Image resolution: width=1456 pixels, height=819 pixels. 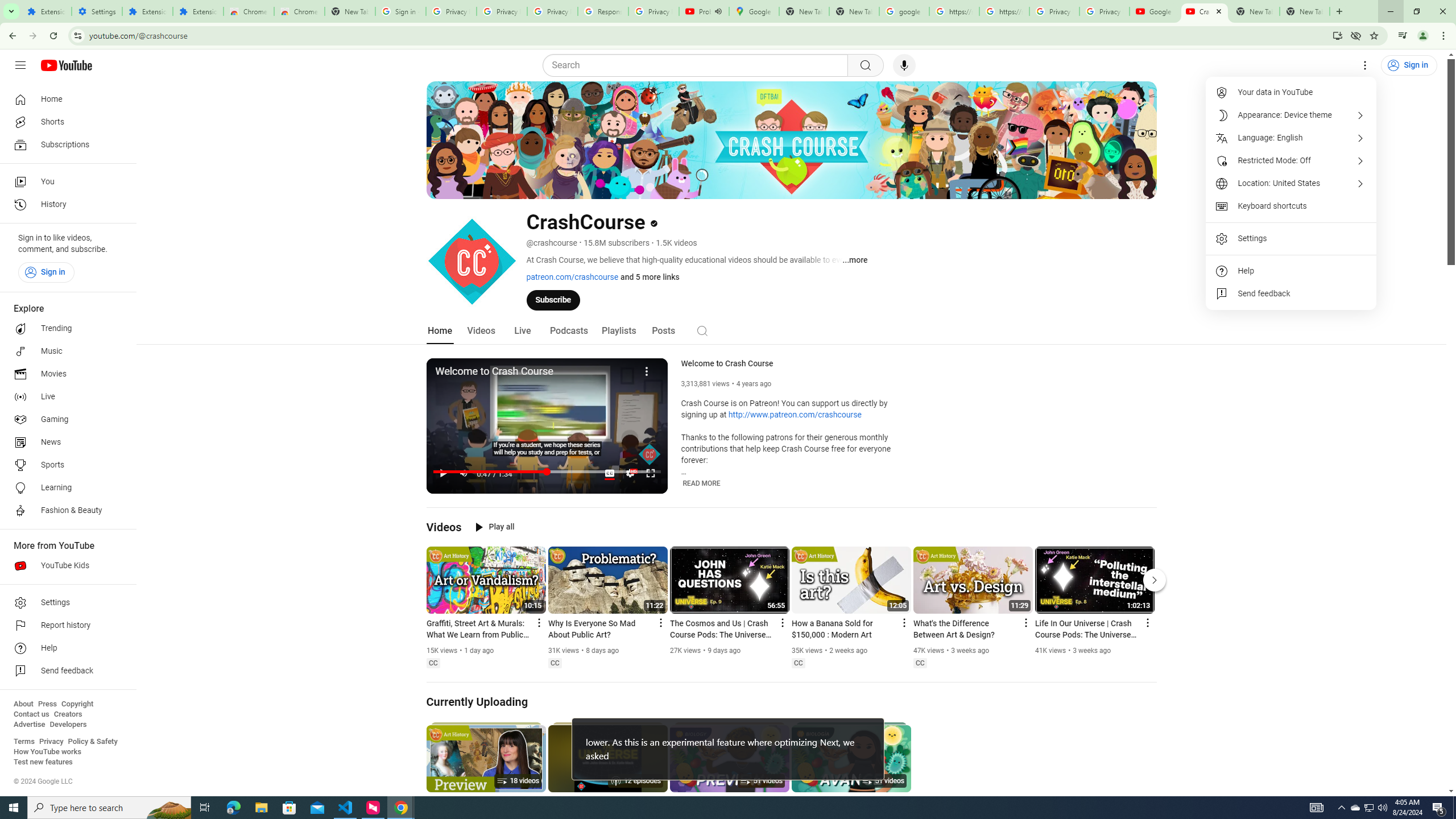 I want to click on 'Contact us', so click(x=31, y=714).